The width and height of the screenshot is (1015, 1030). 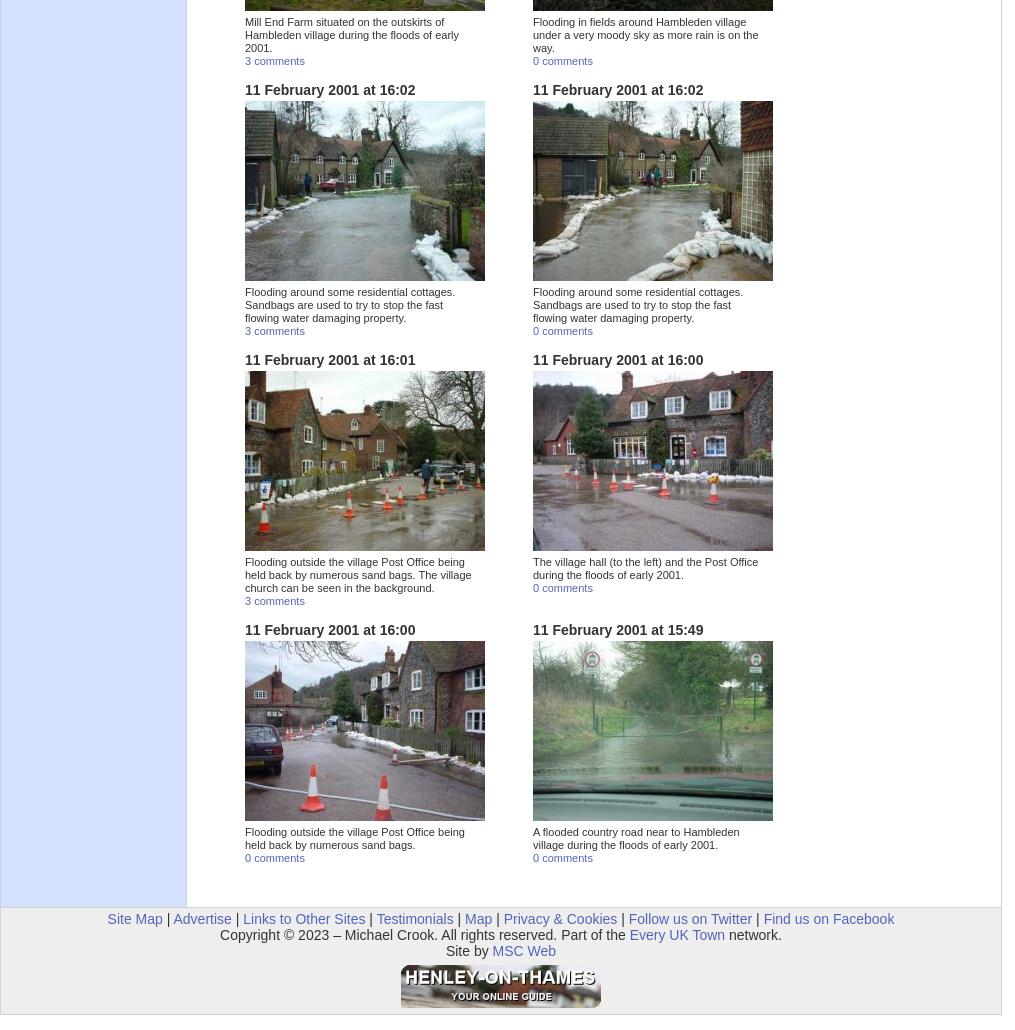 What do you see at coordinates (414, 918) in the screenshot?
I see `'Testimonials'` at bounding box center [414, 918].